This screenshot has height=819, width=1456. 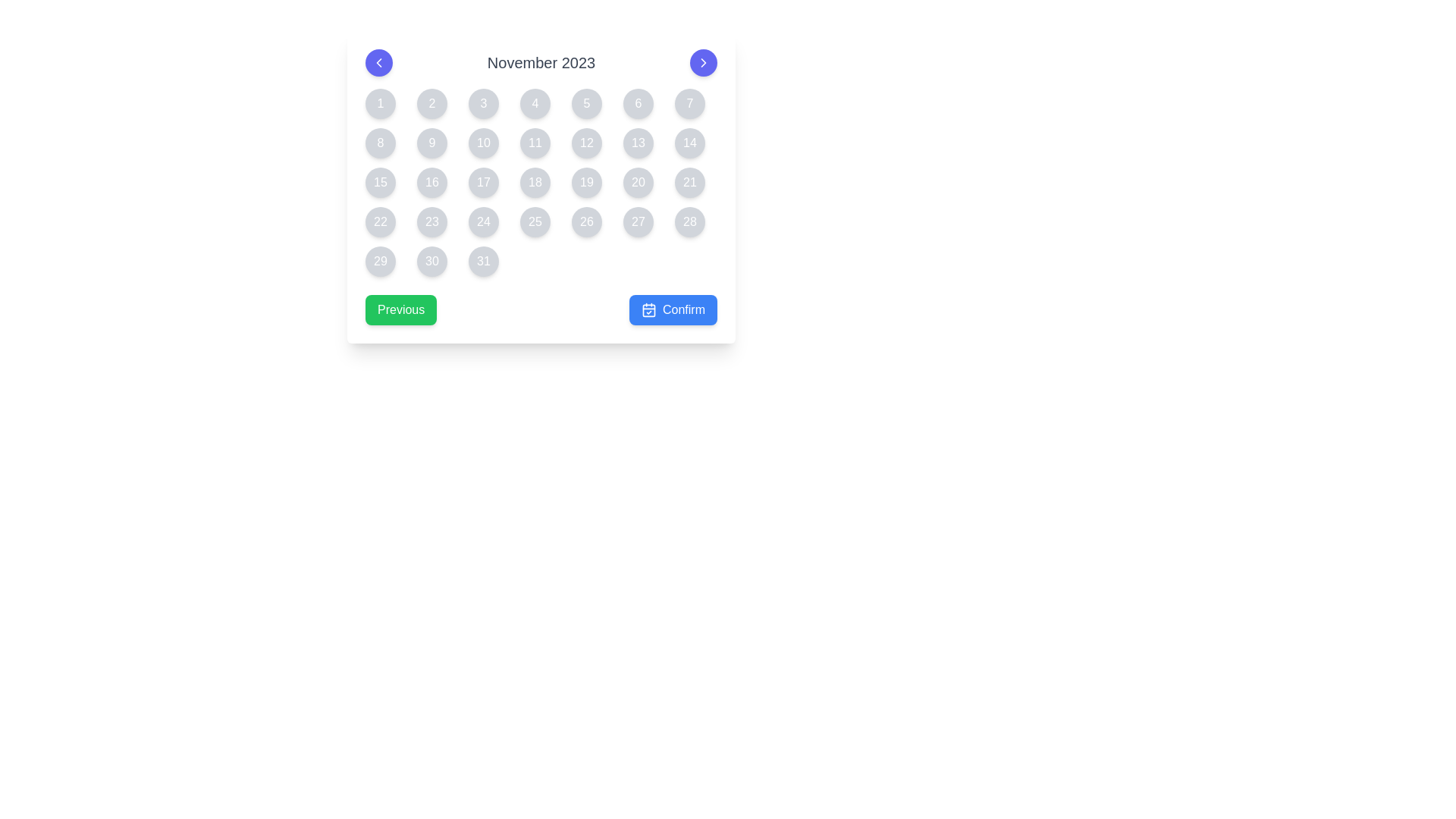 What do you see at coordinates (541, 62) in the screenshot?
I see `the text label displaying 'November 2023', which is positioned at the top center of the calendar interface, between two navigation arrow buttons` at bounding box center [541, 62].